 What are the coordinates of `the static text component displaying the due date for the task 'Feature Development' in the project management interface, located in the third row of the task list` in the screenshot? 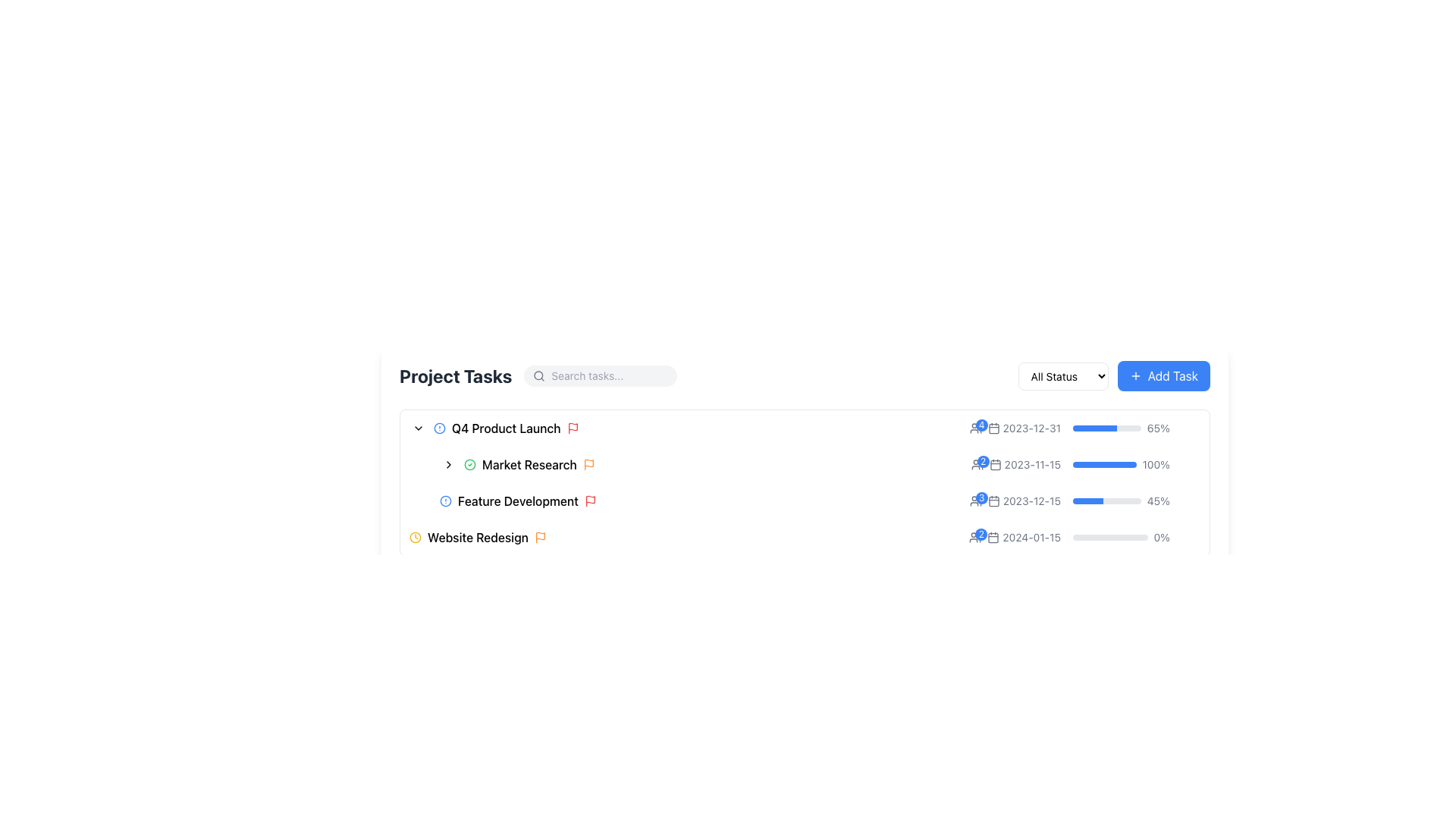 It's located at (1024, 500).